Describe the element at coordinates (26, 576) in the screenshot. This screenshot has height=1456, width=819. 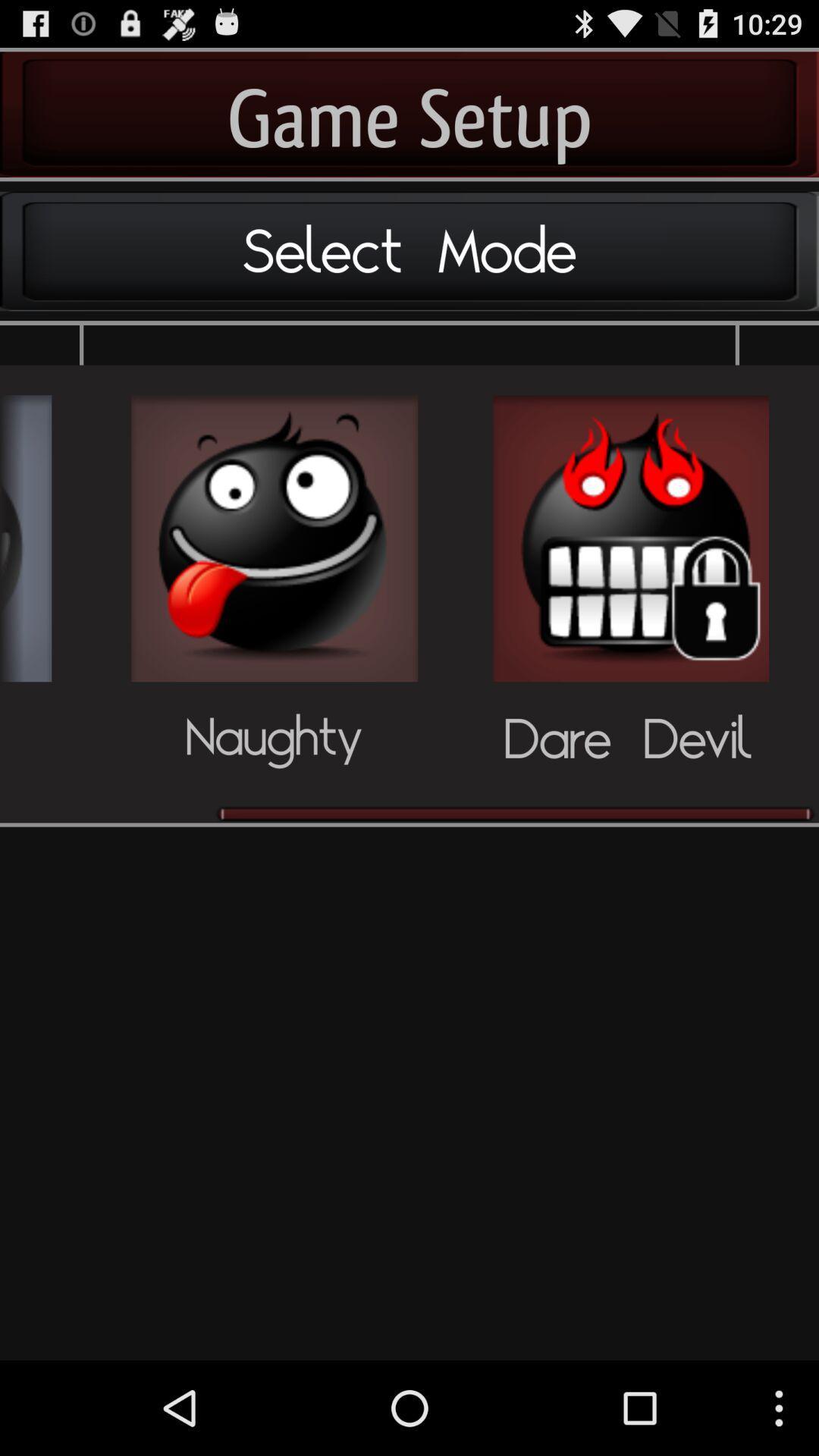
I see `the arrow_forward icon` at that location.